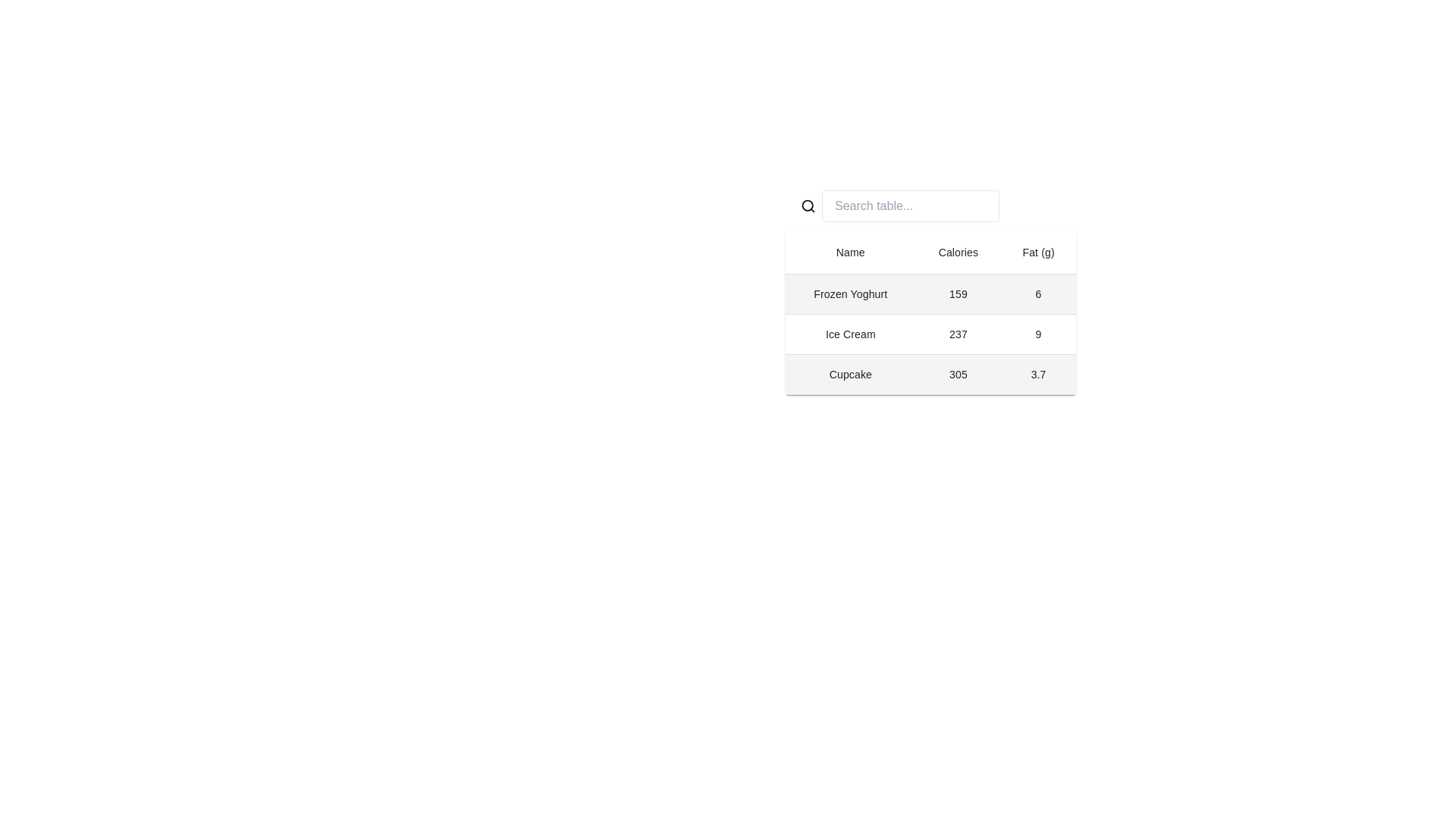  I want to click on the 'Name' column header in the table to sort the column, so click(850, 252).